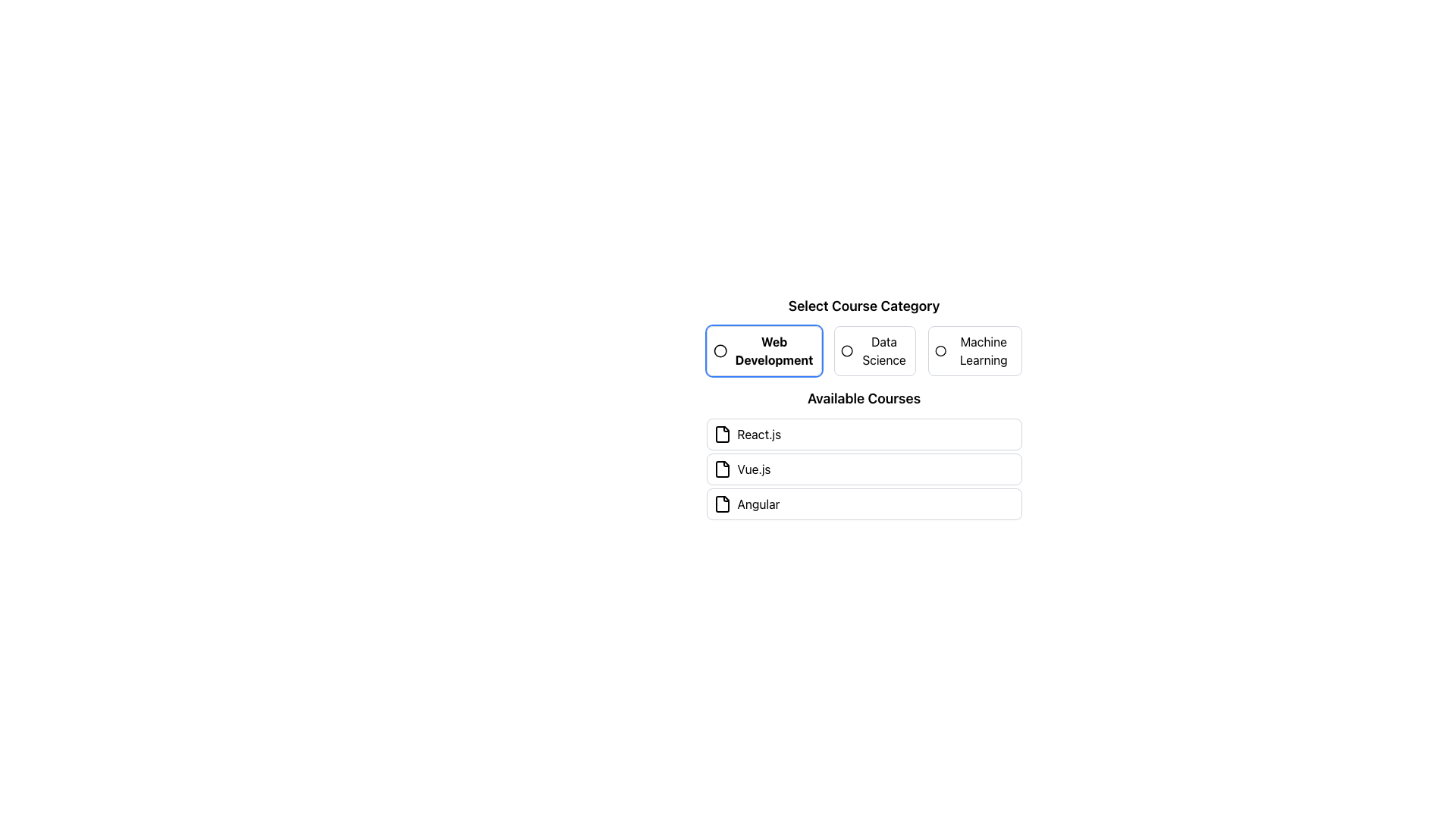  I want to click on the 'Web Development' category selector button located at the top-left of the button, near its border, so click(719, 350).